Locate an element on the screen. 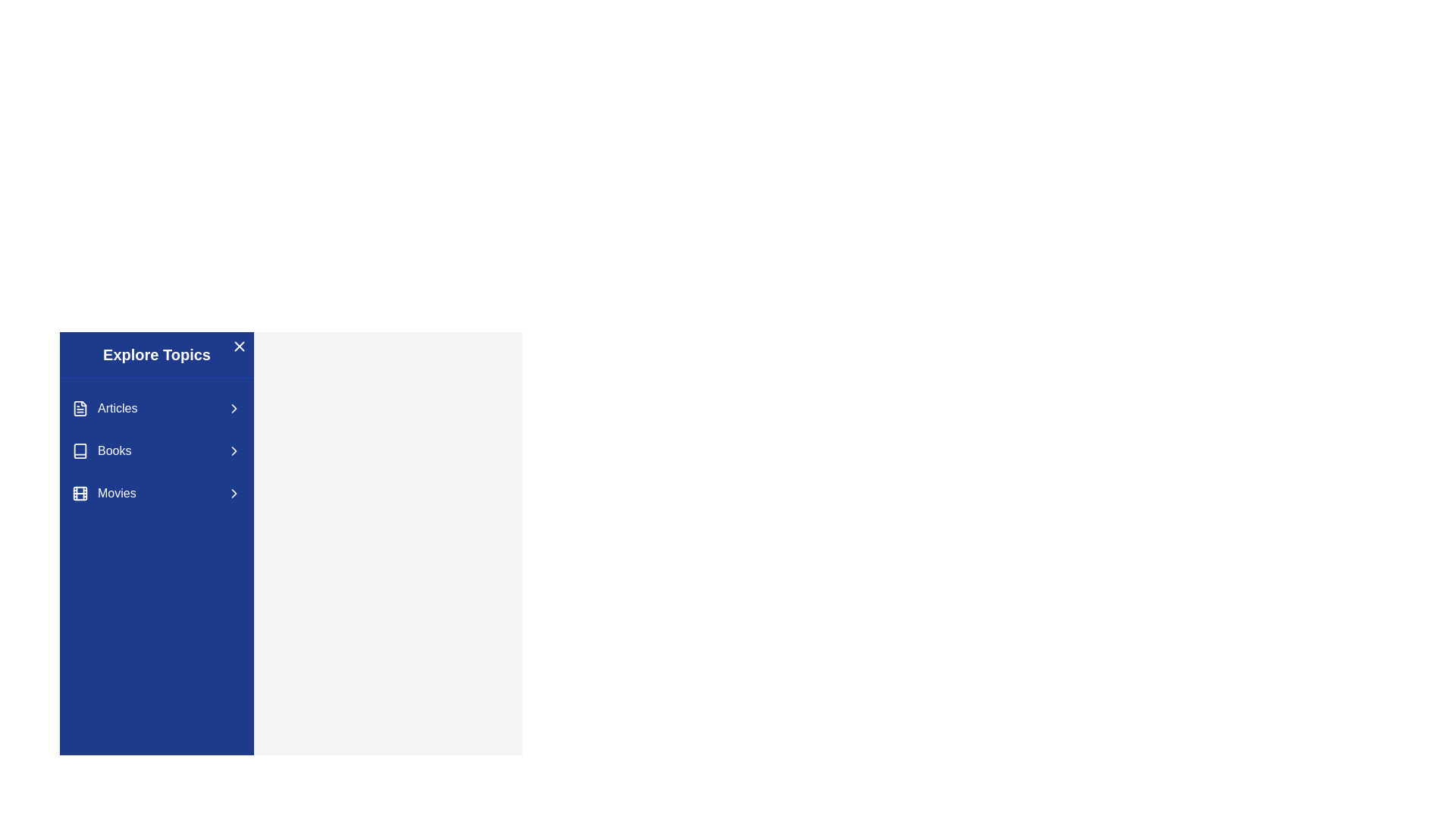  the Decorative SVG rectangle representing the 'Movies' section in the sidebar menu, located below 'Articles' and 'Books' is located at coordinates (79, 494).